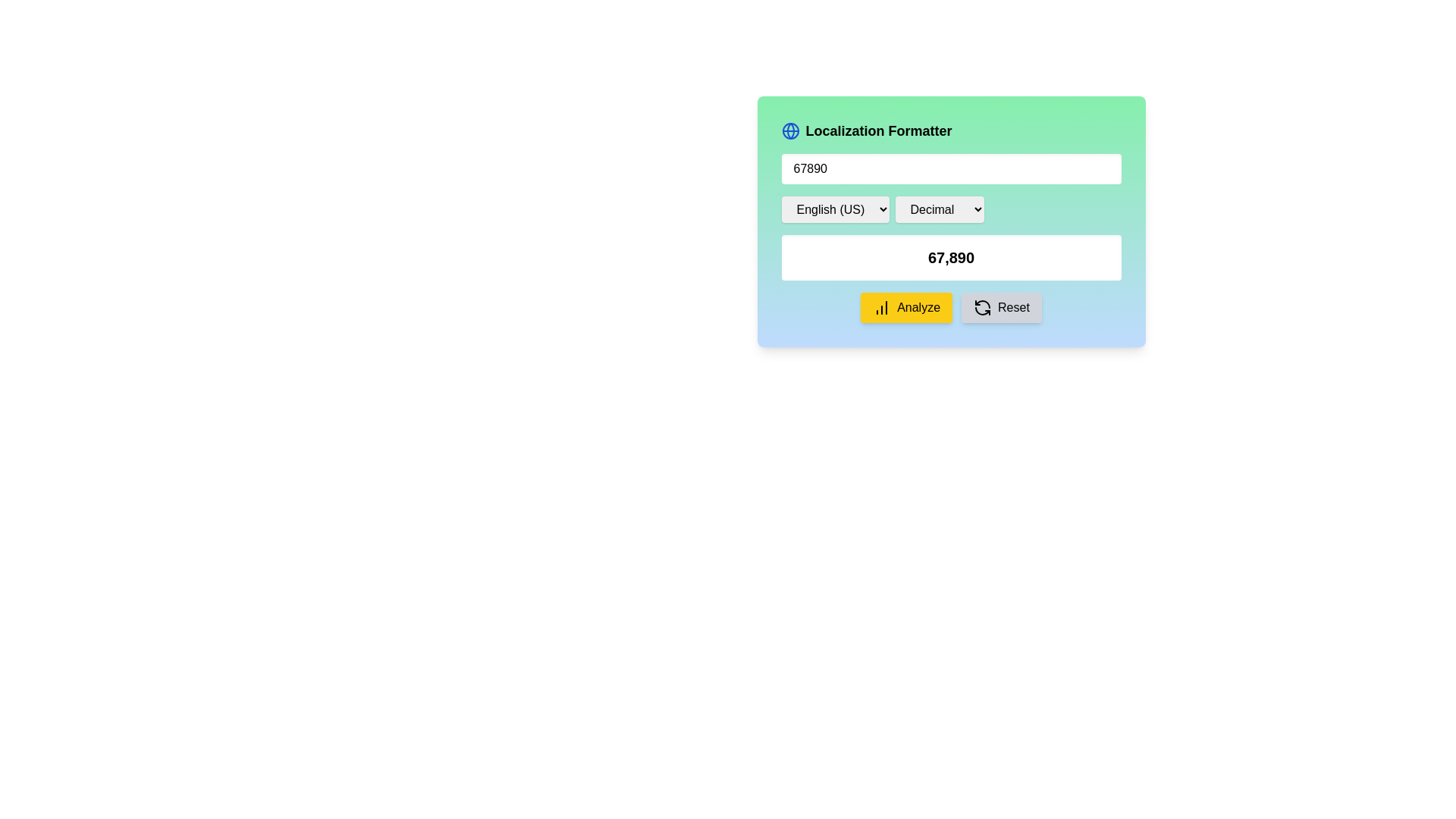  Describe the element at coordinates (938, 209) in the screenshot. I see `the 'Decimal' dropdown menu` at that location.